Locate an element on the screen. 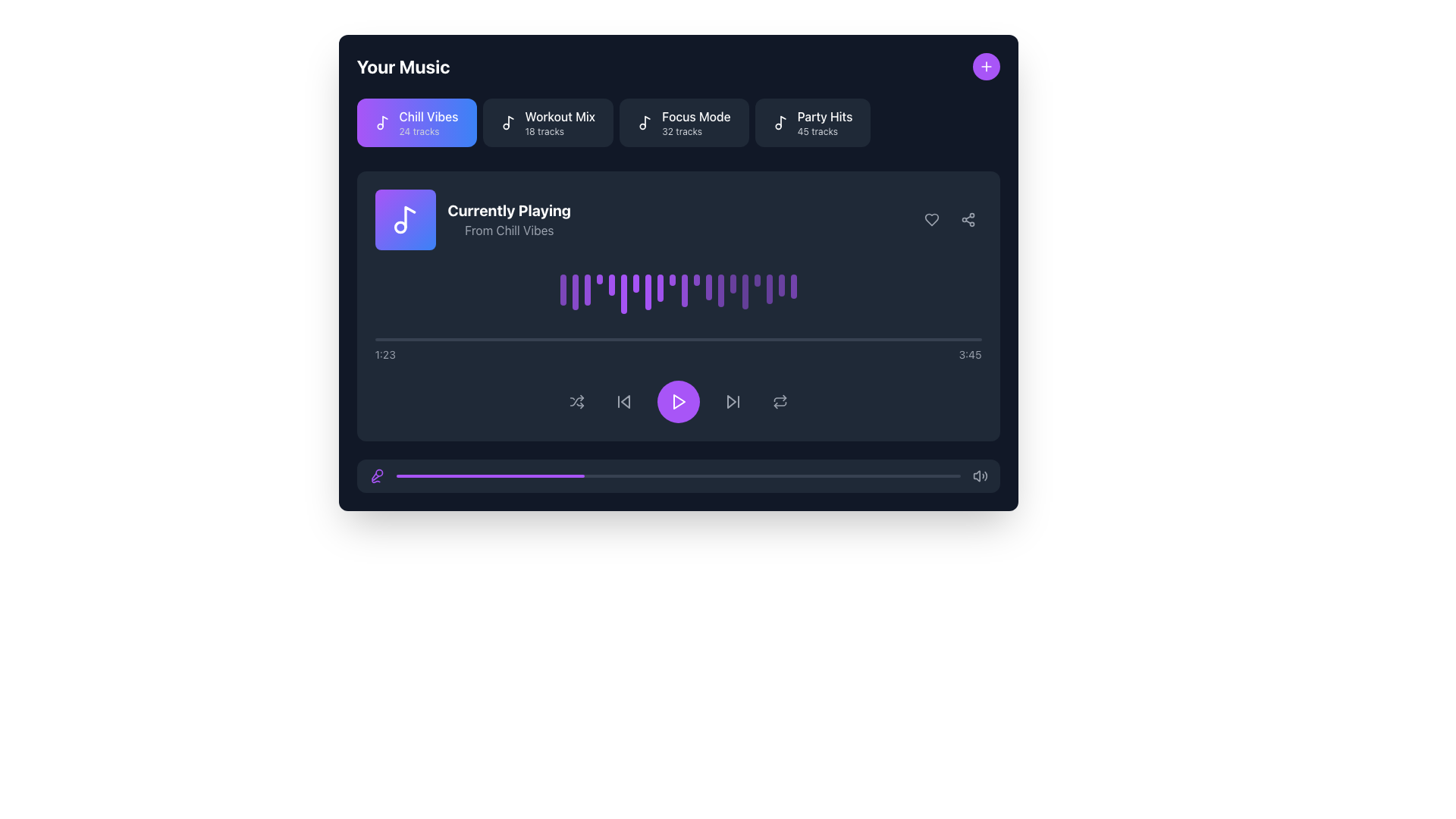 This screenshot has height=819, width=1456. the first audio visualization bar in the sequence of pulsating bars in the music player is located at coordinates (562, 290).